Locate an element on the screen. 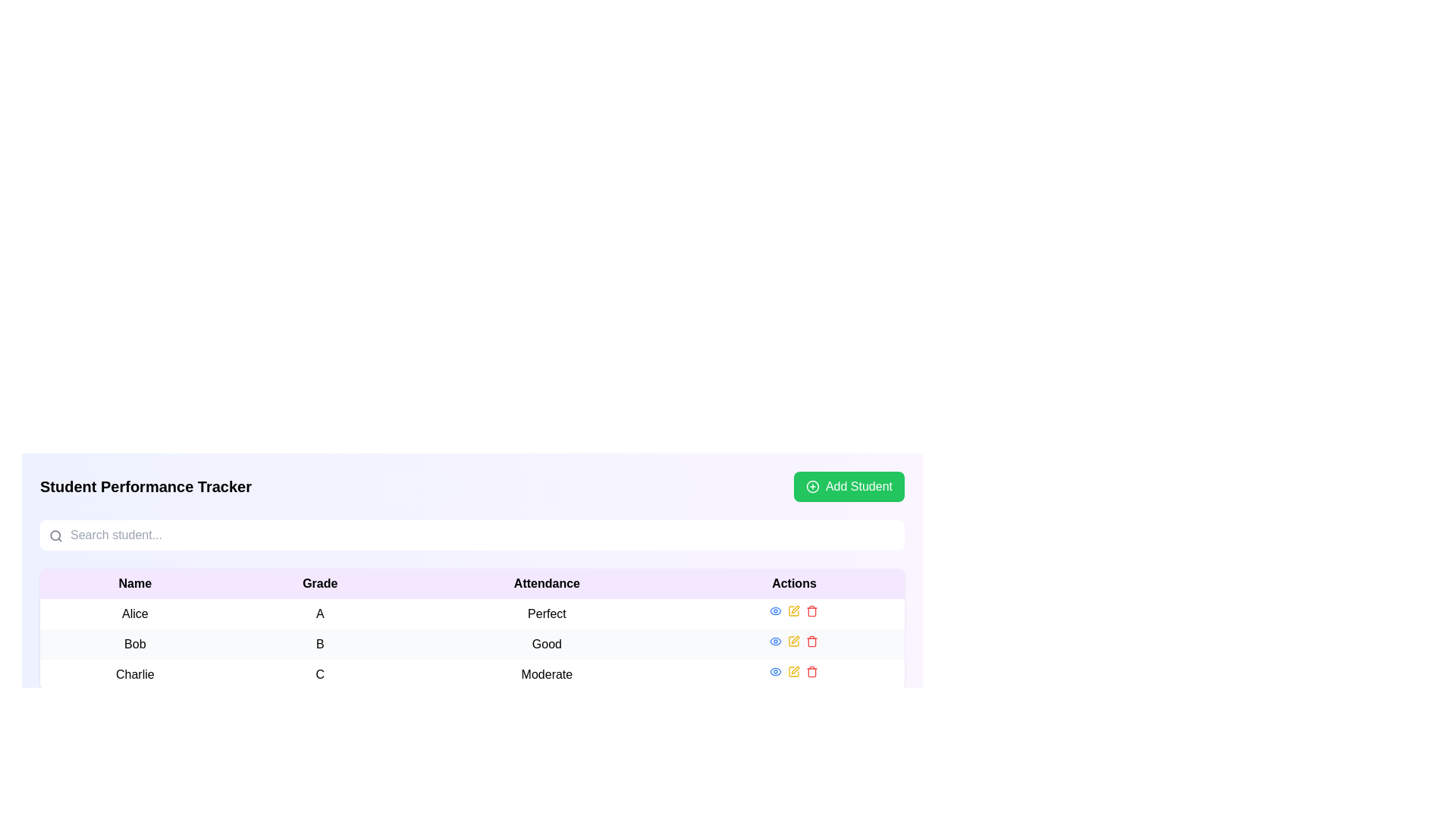 The width and height of the screenshot is (1456, 819). the 'Attendance' text label, which is styled with padding and has a light purple background, positioned between the 'Grade' and 'Actions' columns in a header row of a table is located at coordinates (546, 583).